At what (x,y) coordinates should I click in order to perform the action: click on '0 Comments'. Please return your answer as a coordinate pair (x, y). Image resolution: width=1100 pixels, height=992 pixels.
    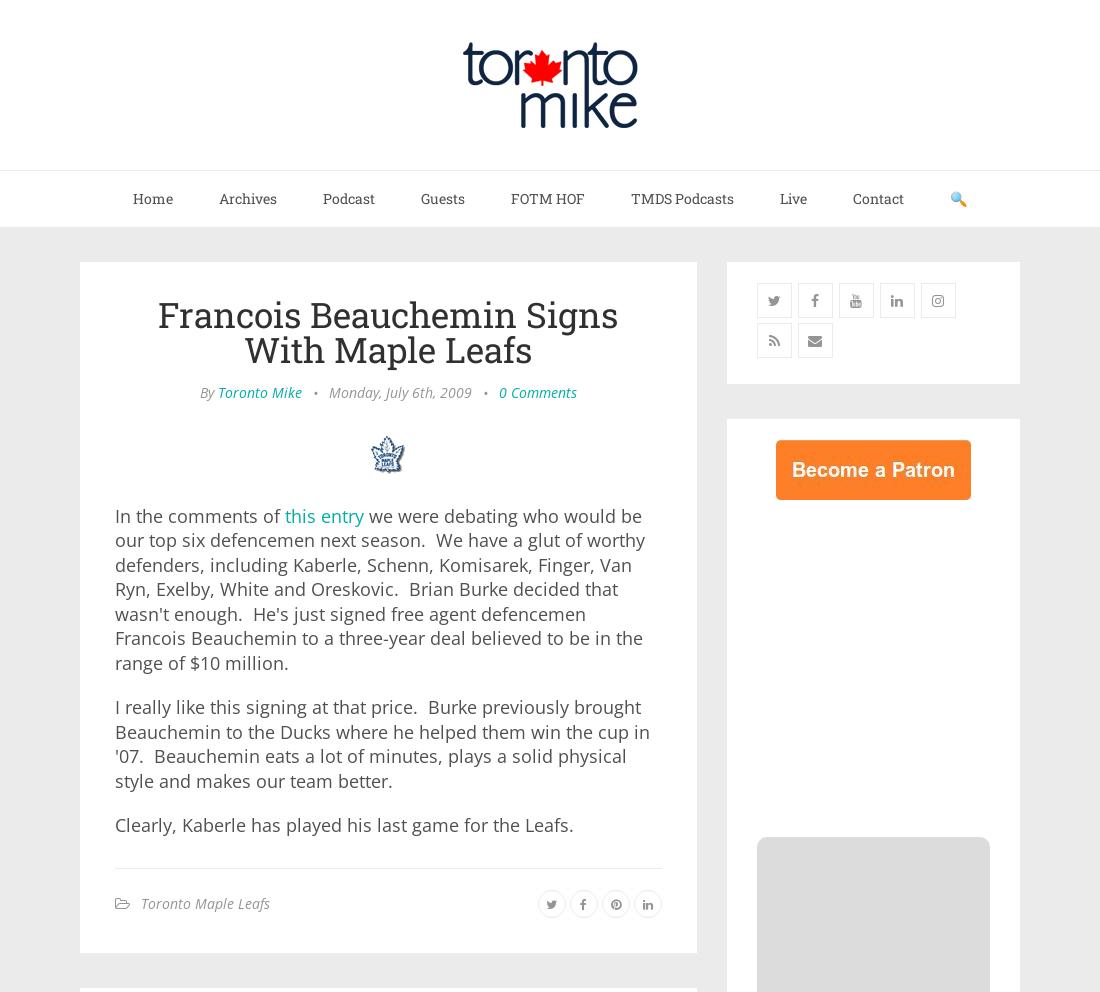
    Looking at the image, I should click on (537, 392).